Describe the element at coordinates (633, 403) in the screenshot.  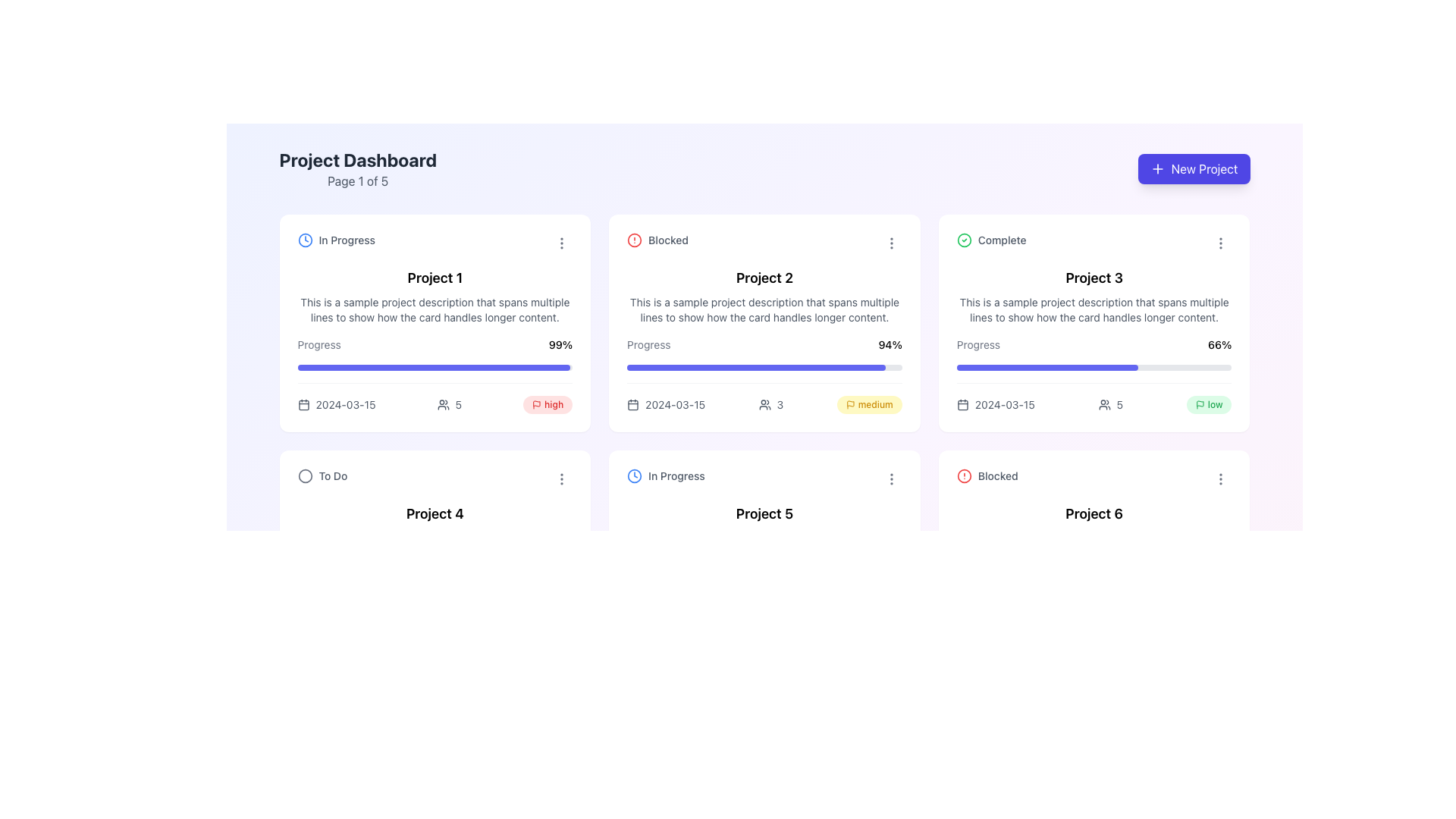
I see `the calendar icon located at the bottom-left section of the 'Project 2' card in the dashboard interface` at that location.